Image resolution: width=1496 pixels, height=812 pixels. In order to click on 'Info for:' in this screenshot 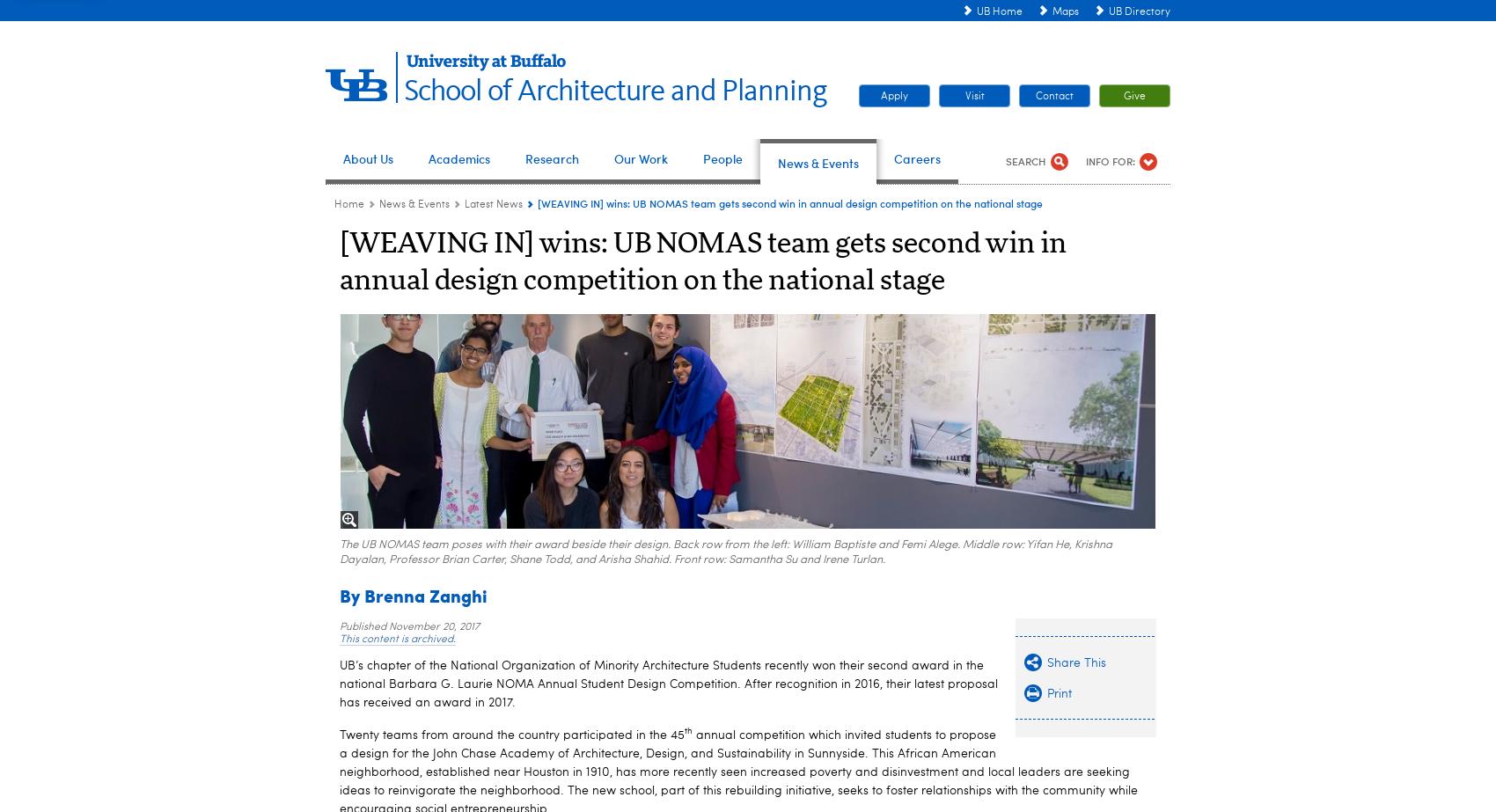, I will do `click(1110, 161)`.